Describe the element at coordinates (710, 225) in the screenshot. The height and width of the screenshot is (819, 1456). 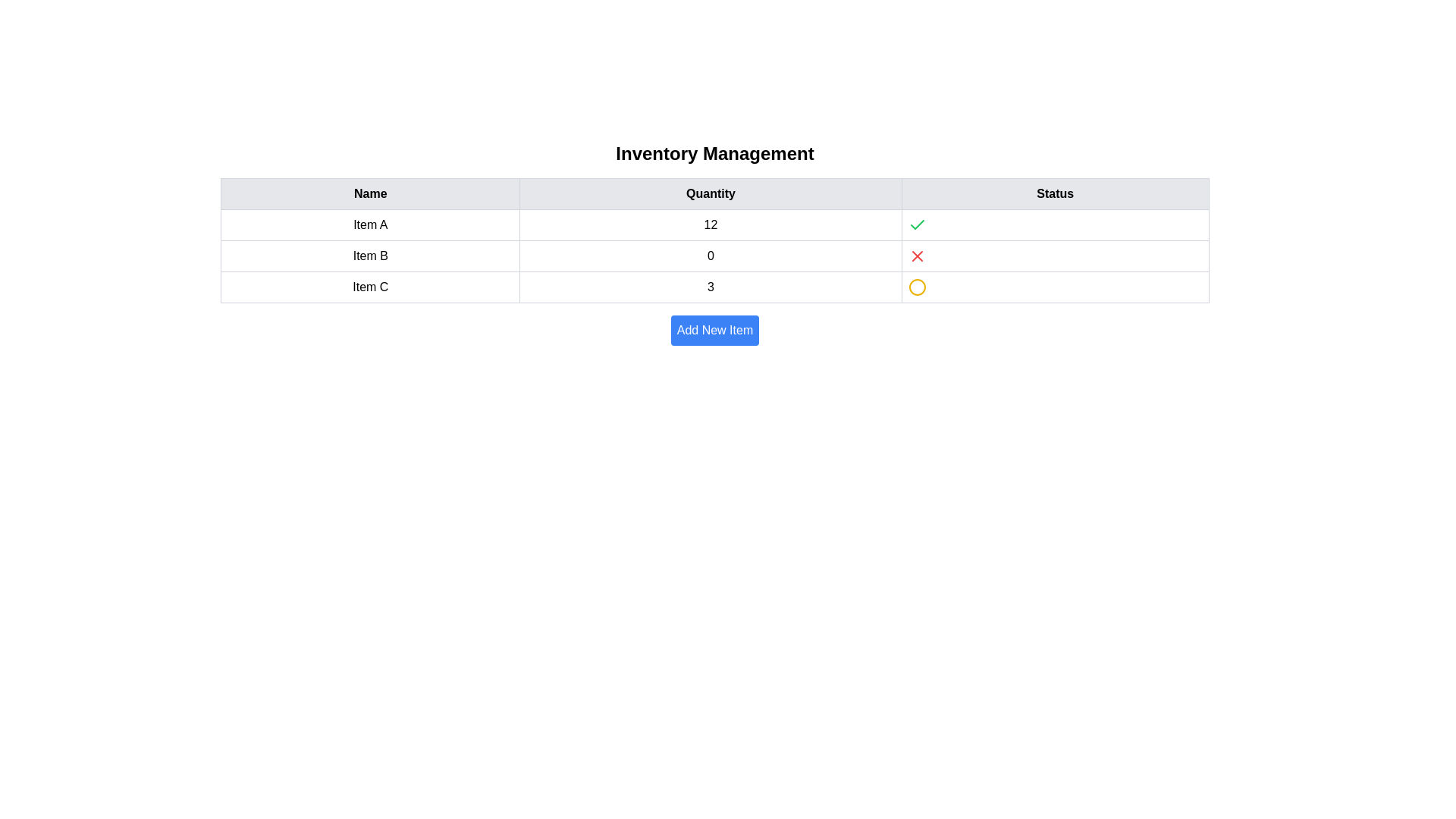
I see `the text field displaying the number '12' in the 'Quantity' column of the first row of the data table, positioned between 'Item A' and a green checkmark icon` at that location.